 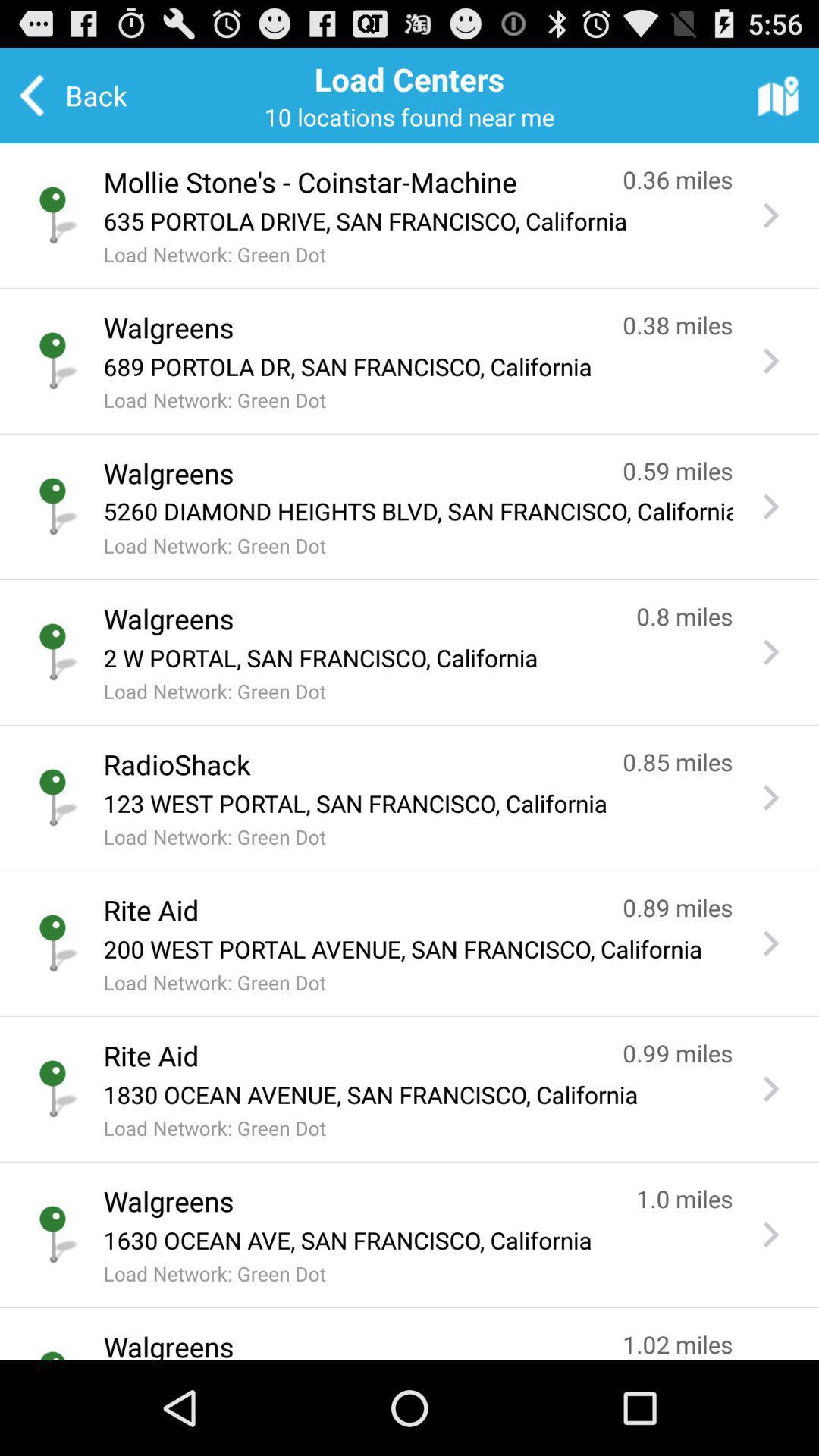 What do you see at coordinates (778, 94) in the screenshot?
I see `the icon next to the load centers` at bounding box center [778, 94].